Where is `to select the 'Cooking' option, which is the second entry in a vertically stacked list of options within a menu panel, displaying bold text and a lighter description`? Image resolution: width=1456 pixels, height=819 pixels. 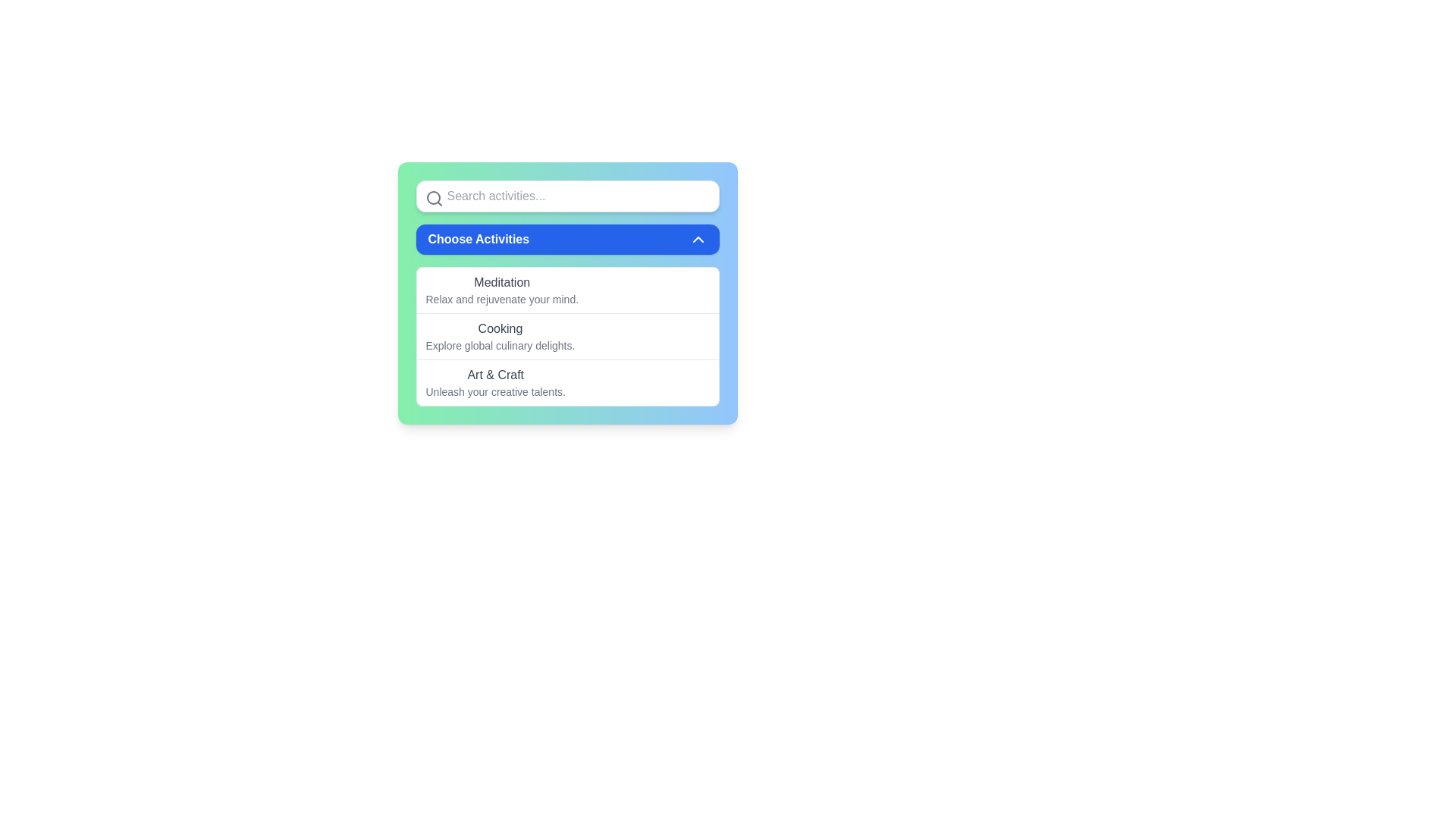
to select the 'Cooking' option, which is the second entry in a vertically stacked list of options within a menu panel, displaying bold text and a lighter description is located at coordinates (566, 335).